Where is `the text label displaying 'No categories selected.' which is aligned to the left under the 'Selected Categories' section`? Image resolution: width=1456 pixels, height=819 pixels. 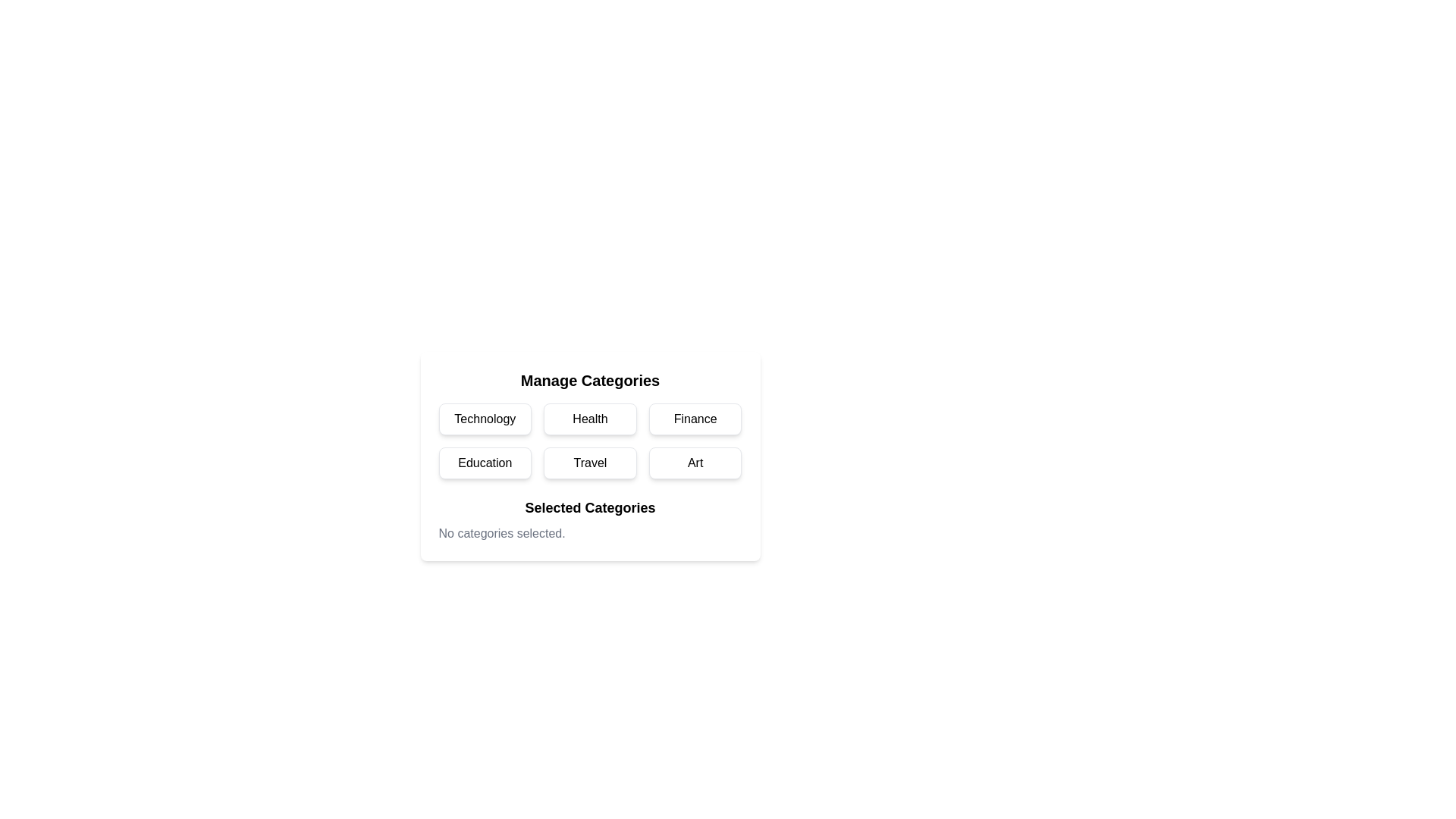
the text label displaying 'No categories selected.' which is aligned to the left under the 'Selected Categories' section is located at coordinates (502, 533).